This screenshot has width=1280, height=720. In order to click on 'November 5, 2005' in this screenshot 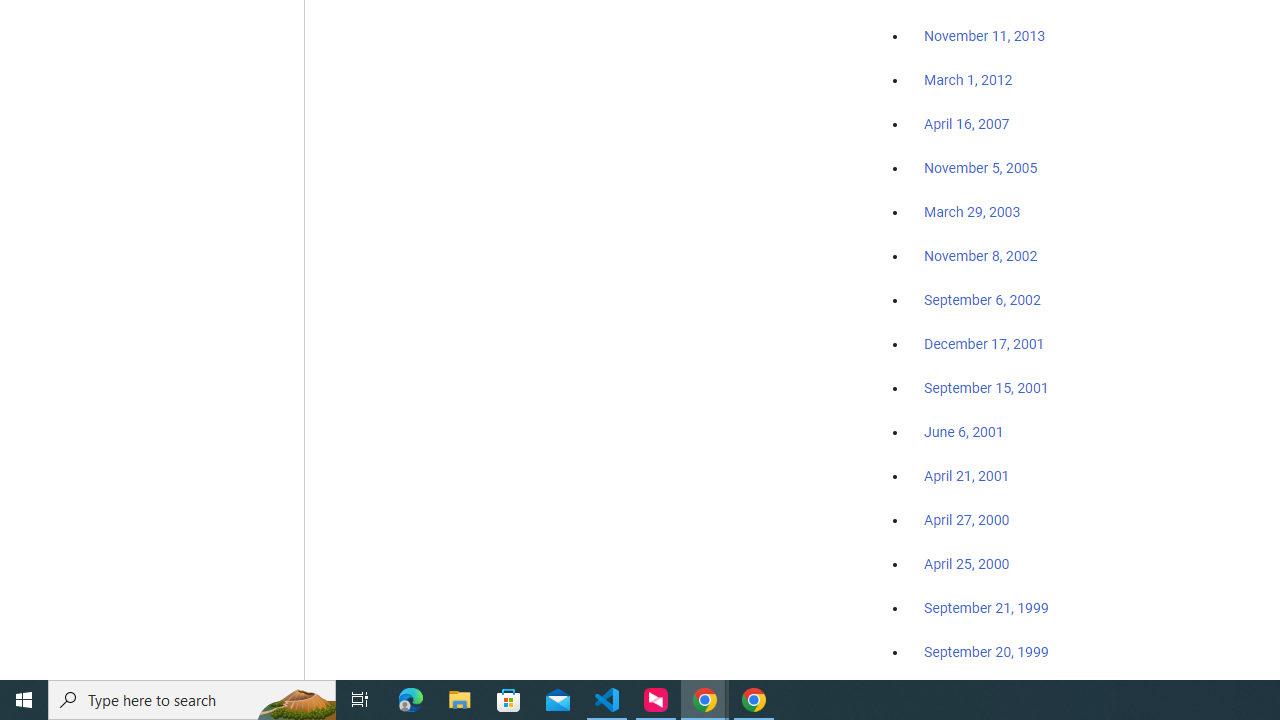, I will do `click(981, 167)`.